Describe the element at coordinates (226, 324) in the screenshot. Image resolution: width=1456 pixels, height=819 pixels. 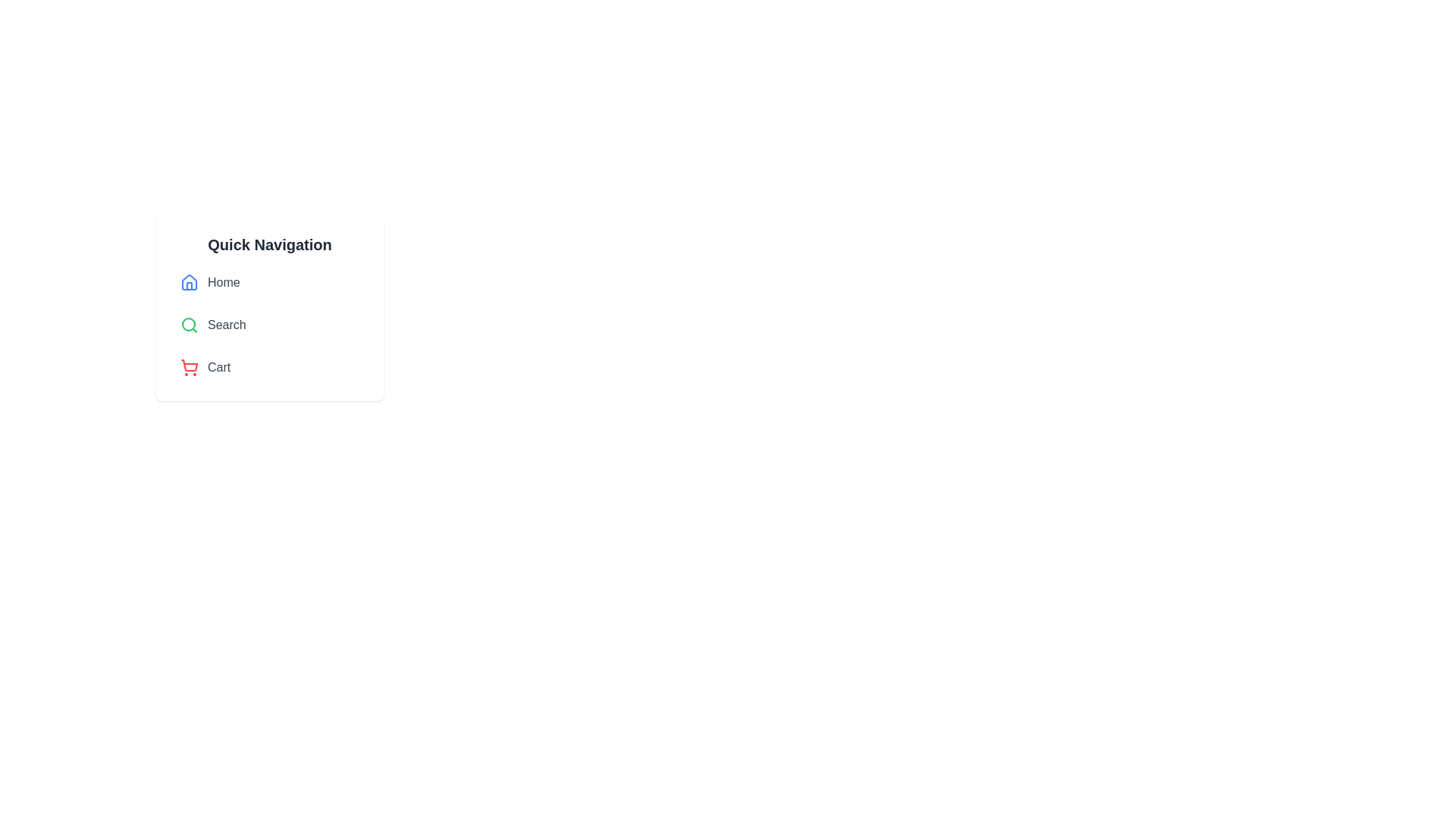
I see `the 'Search' hyperlink` at that location.